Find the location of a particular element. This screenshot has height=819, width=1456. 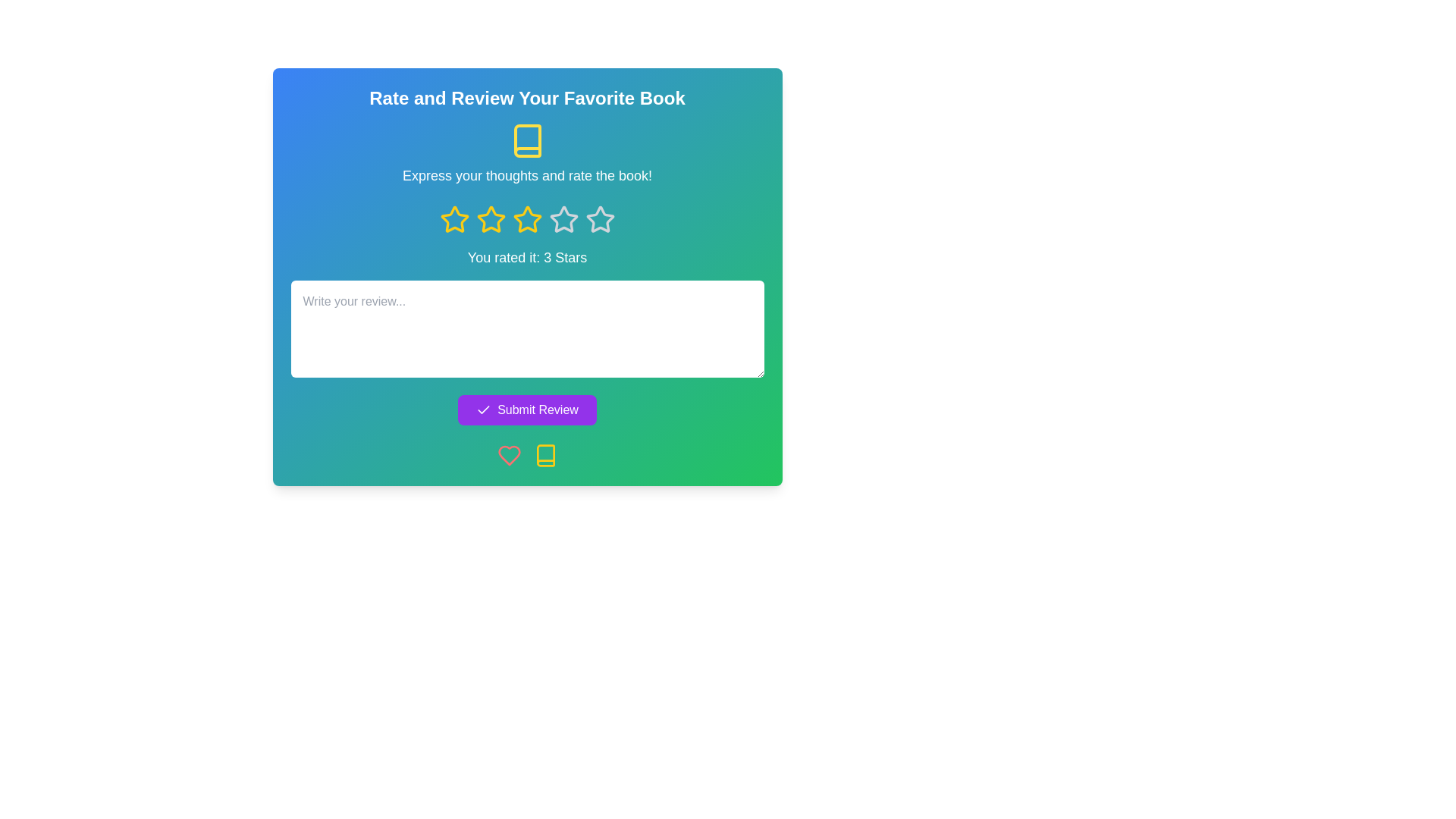

the heart icon located under the 'Submit Review' button to favorite the content is located at coordinates (509, 455).